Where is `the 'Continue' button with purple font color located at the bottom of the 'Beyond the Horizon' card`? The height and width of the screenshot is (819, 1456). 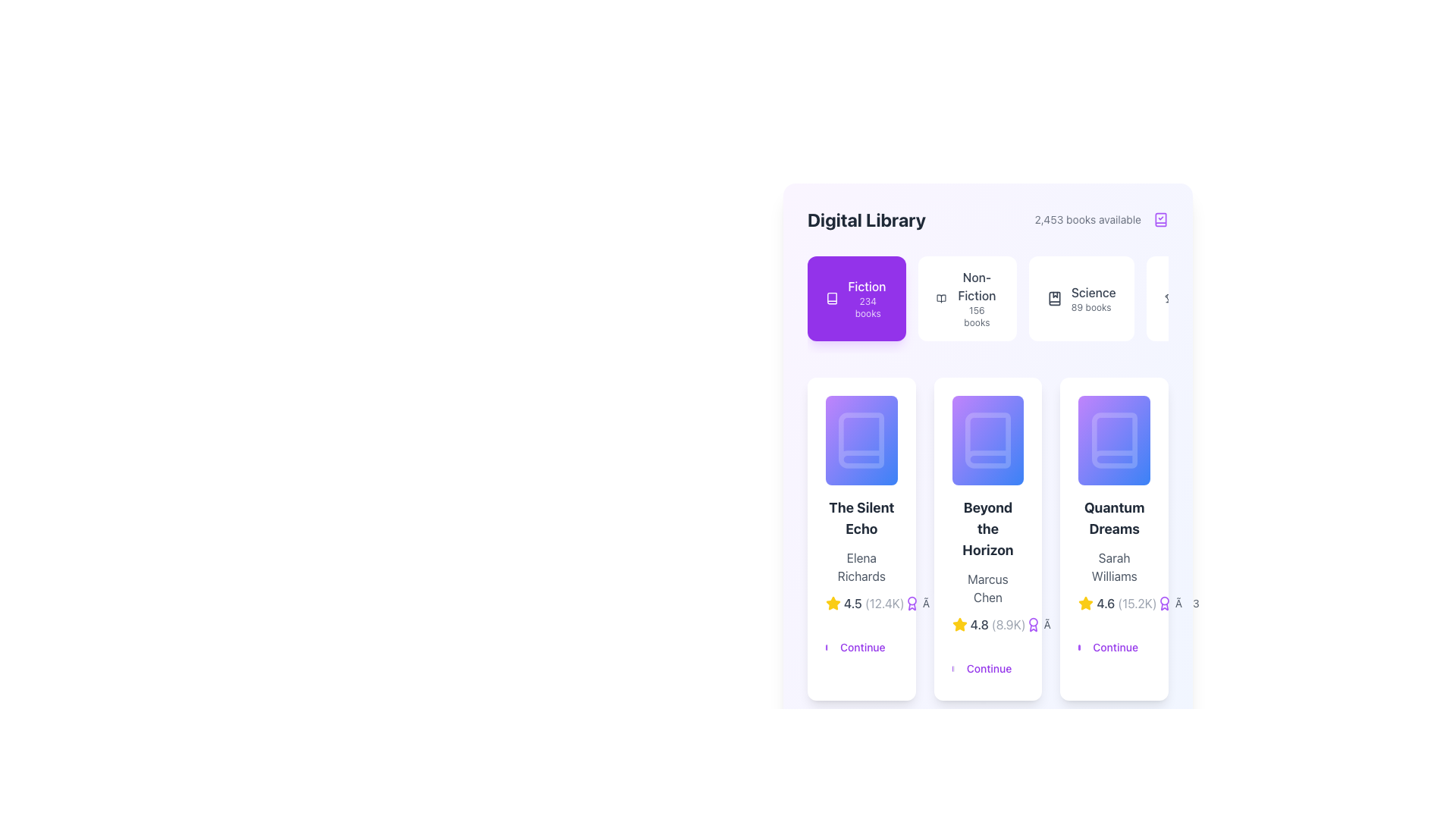 the 'Continue' button with purple font color located at the bottom of the 'Beyond the Horizon' card is located at coordinates (989, 668).